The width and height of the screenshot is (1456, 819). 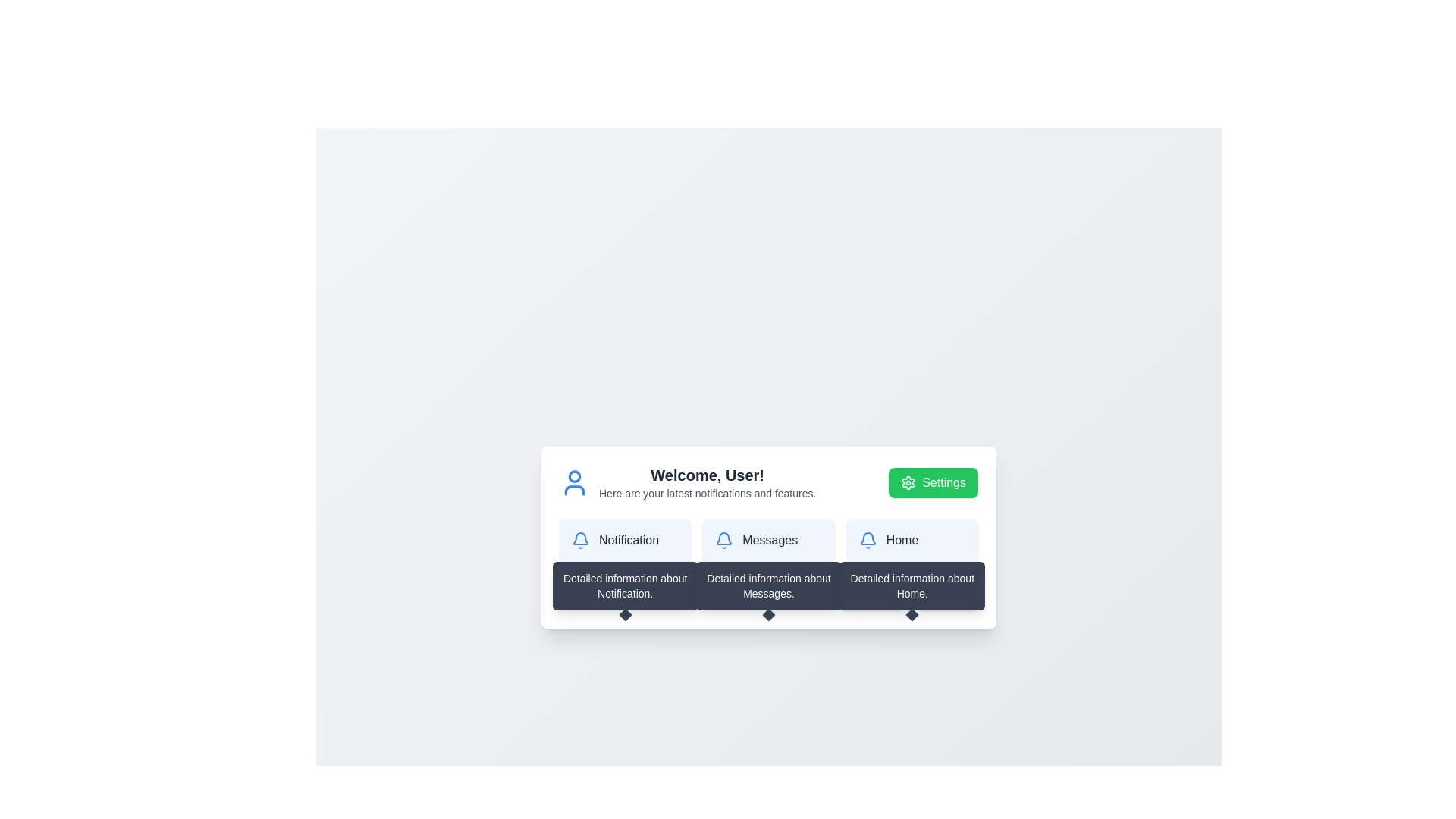 I want to click on the middle button, so click(x=768, y=540).